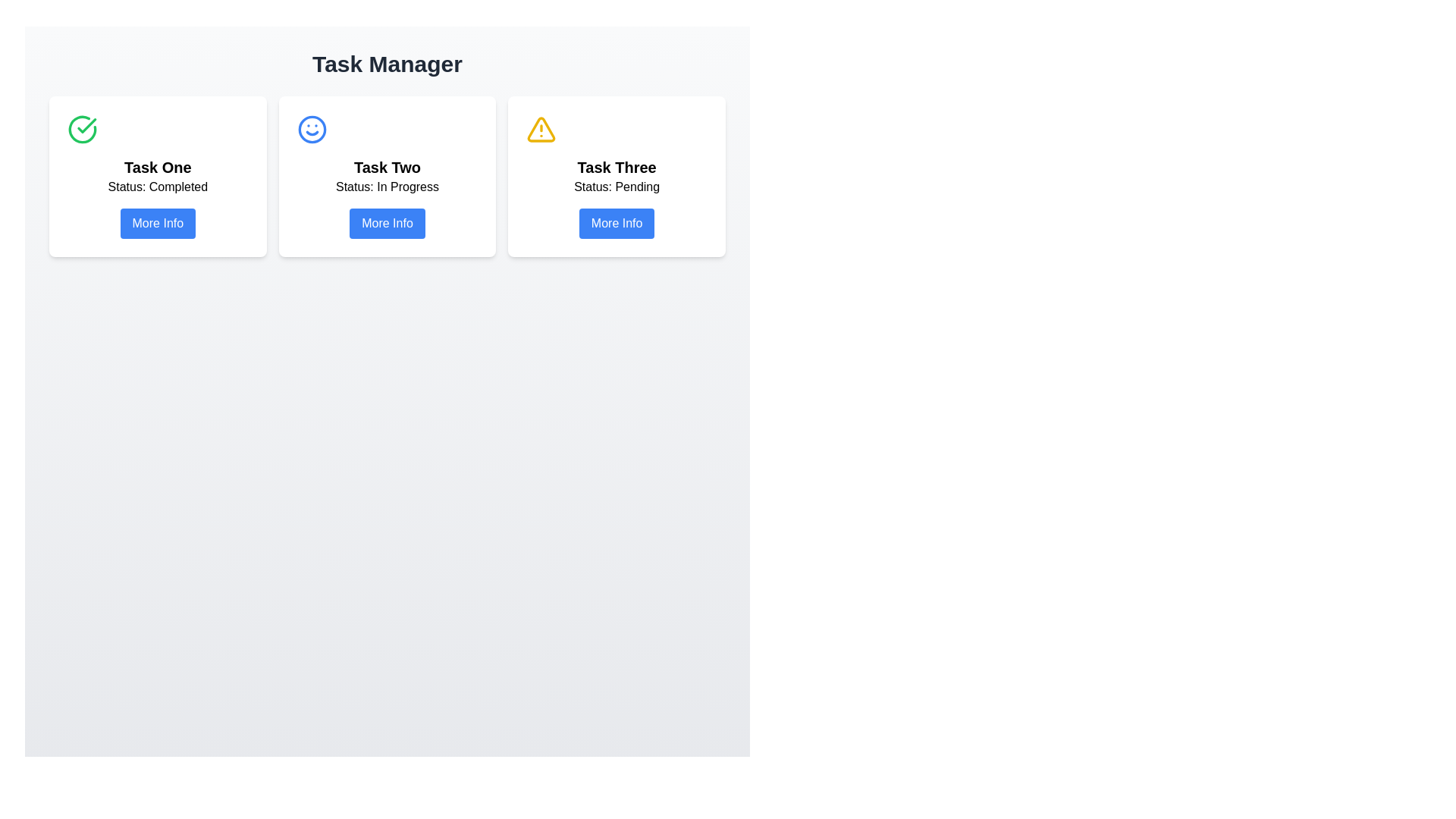  I want to click on the warning icon, which is a yellow triangle with a hollow center and an exclamation mark inside, located at the top-center of the third card labeled 'Task Three' under the title 'Task Manager.', so click(541, 128).